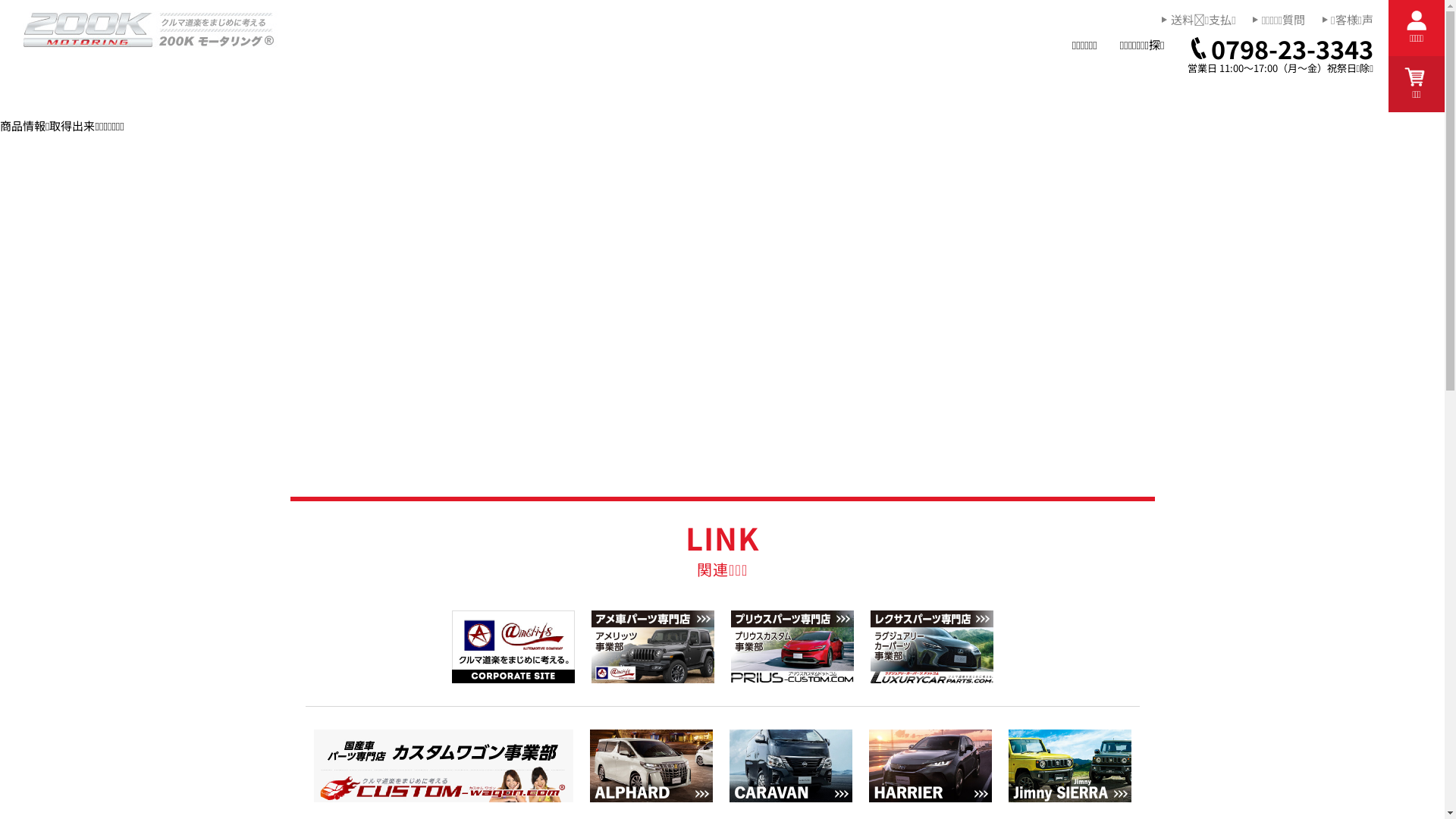 This screenshot has height=819, width=1456. What do you see at coordinates (1280, 48) in the screenshot?
I see `'0798-23-3343'` at bounding box center [1280, 48].